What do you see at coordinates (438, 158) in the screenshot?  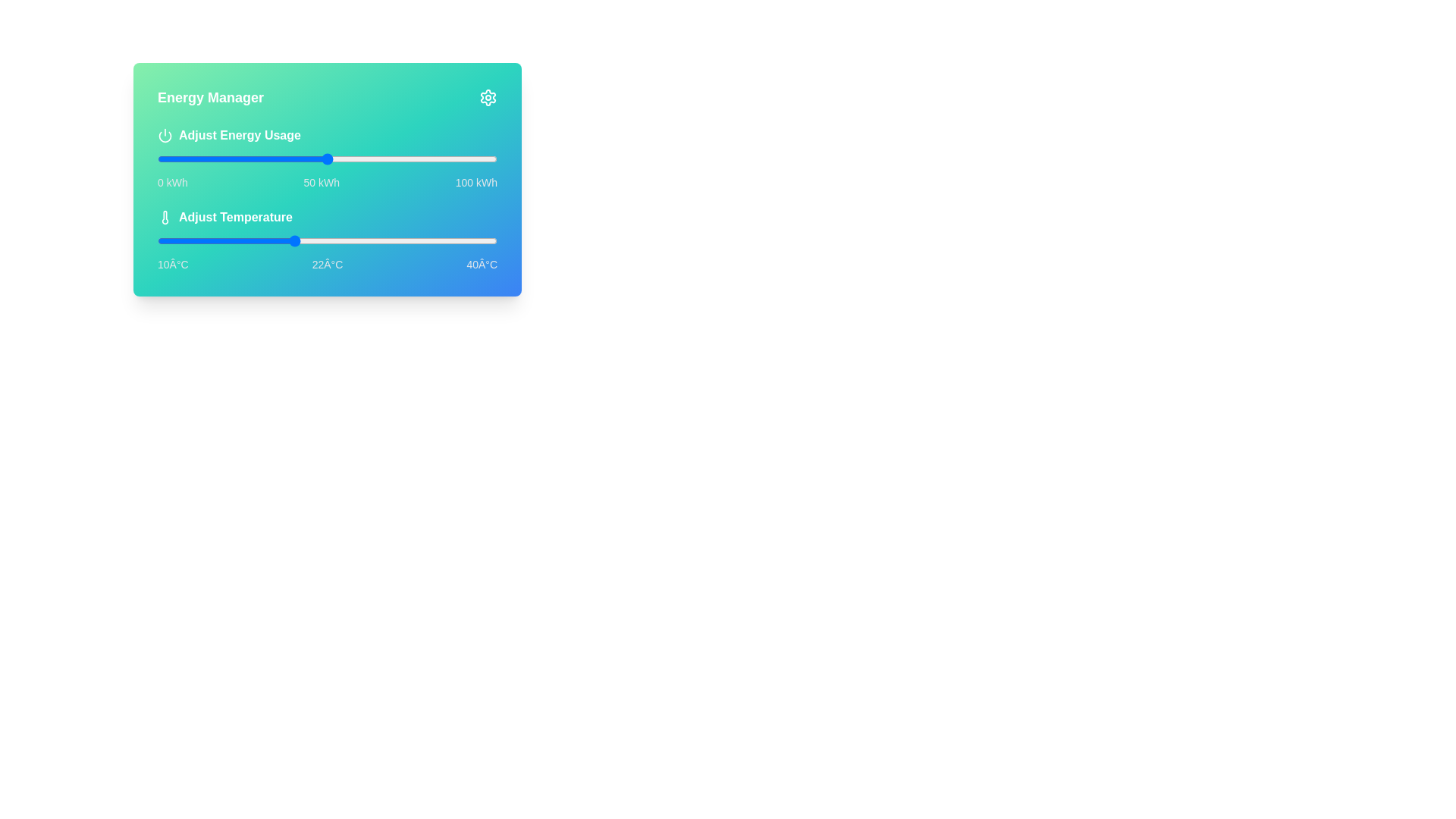 I see `the energy usage slider to 83 kWh` at bounding box center [438, 158].